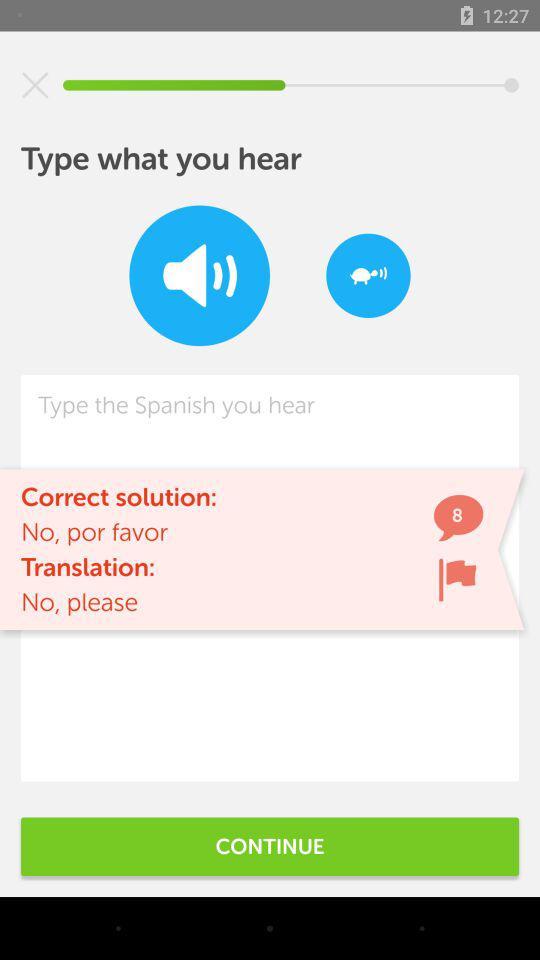 This screenshot has width=540, height=960. I want to click on flogging, so click(457, 579).